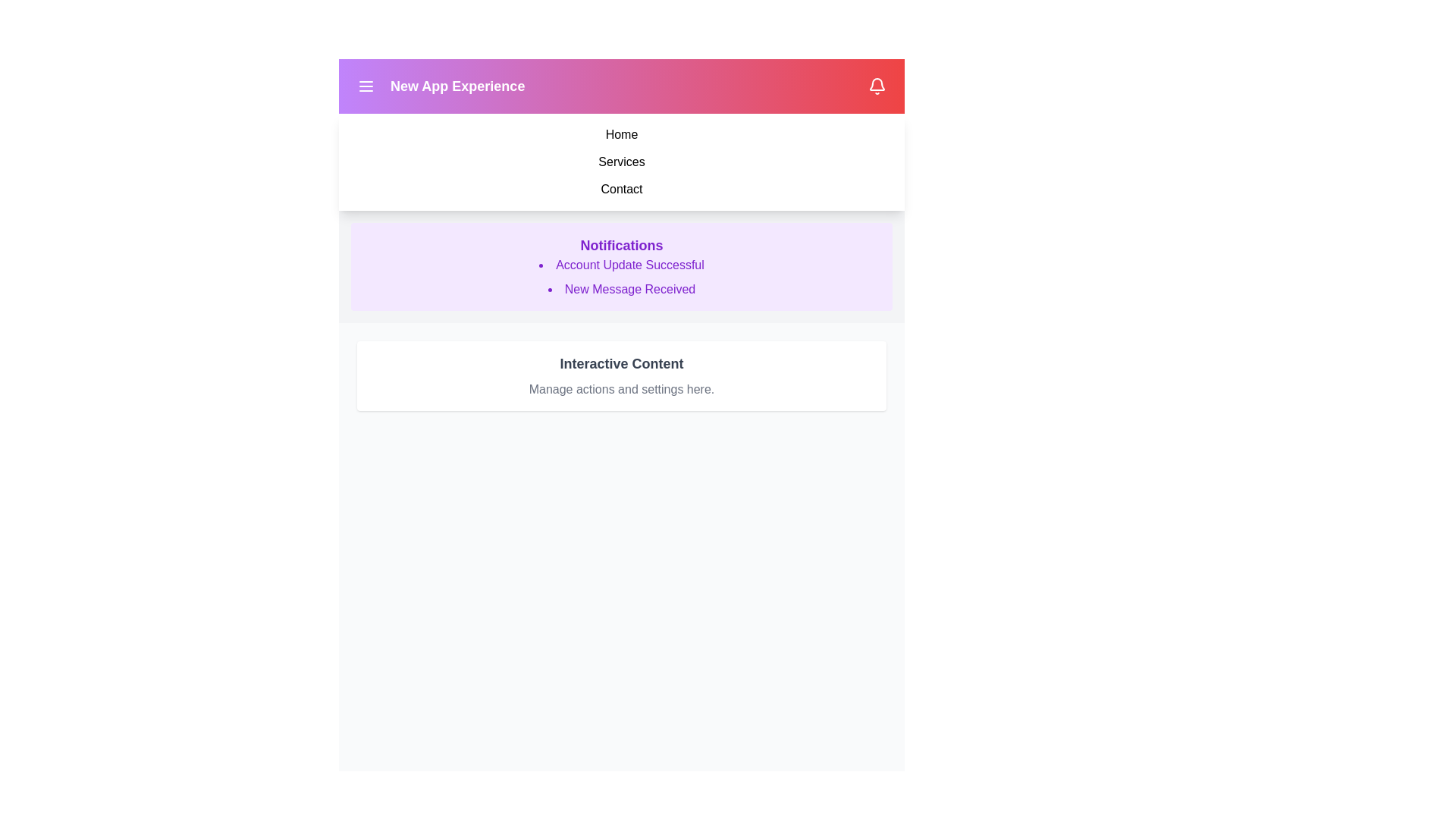 This screenshot has height=819, width=1456. I want to click on the menu item Home from the navigation menu, so click(622, 133).